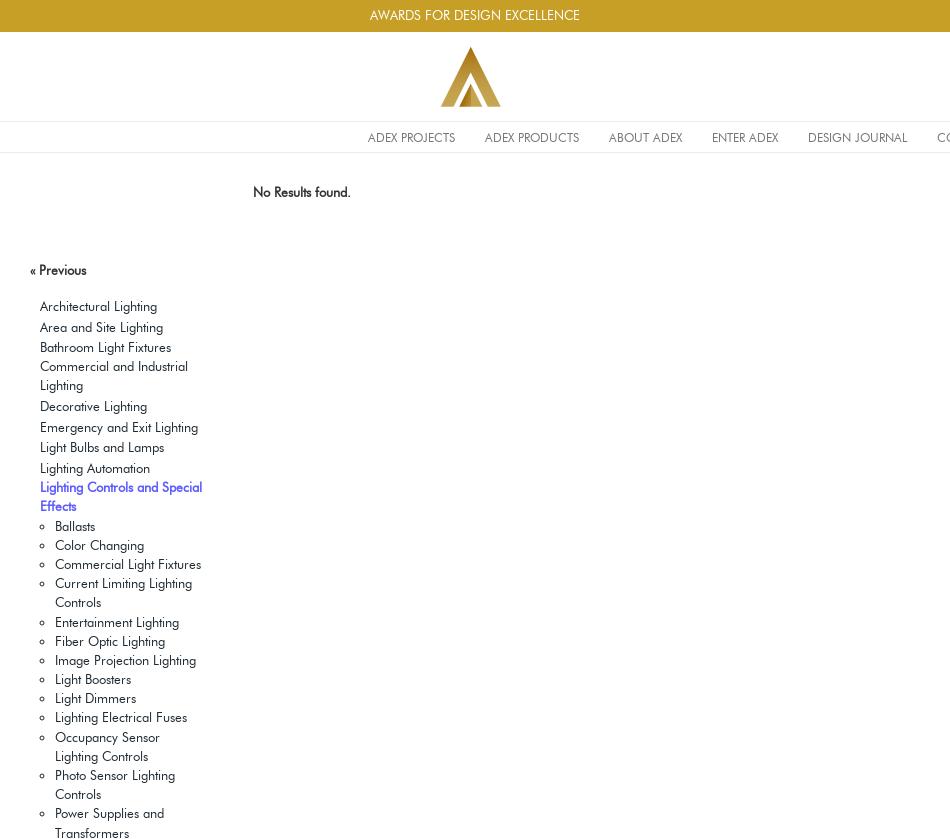 The height and width of the screenshot is (839, 950). I want to click on 'Image Projection Lighting', so click(125, 658).